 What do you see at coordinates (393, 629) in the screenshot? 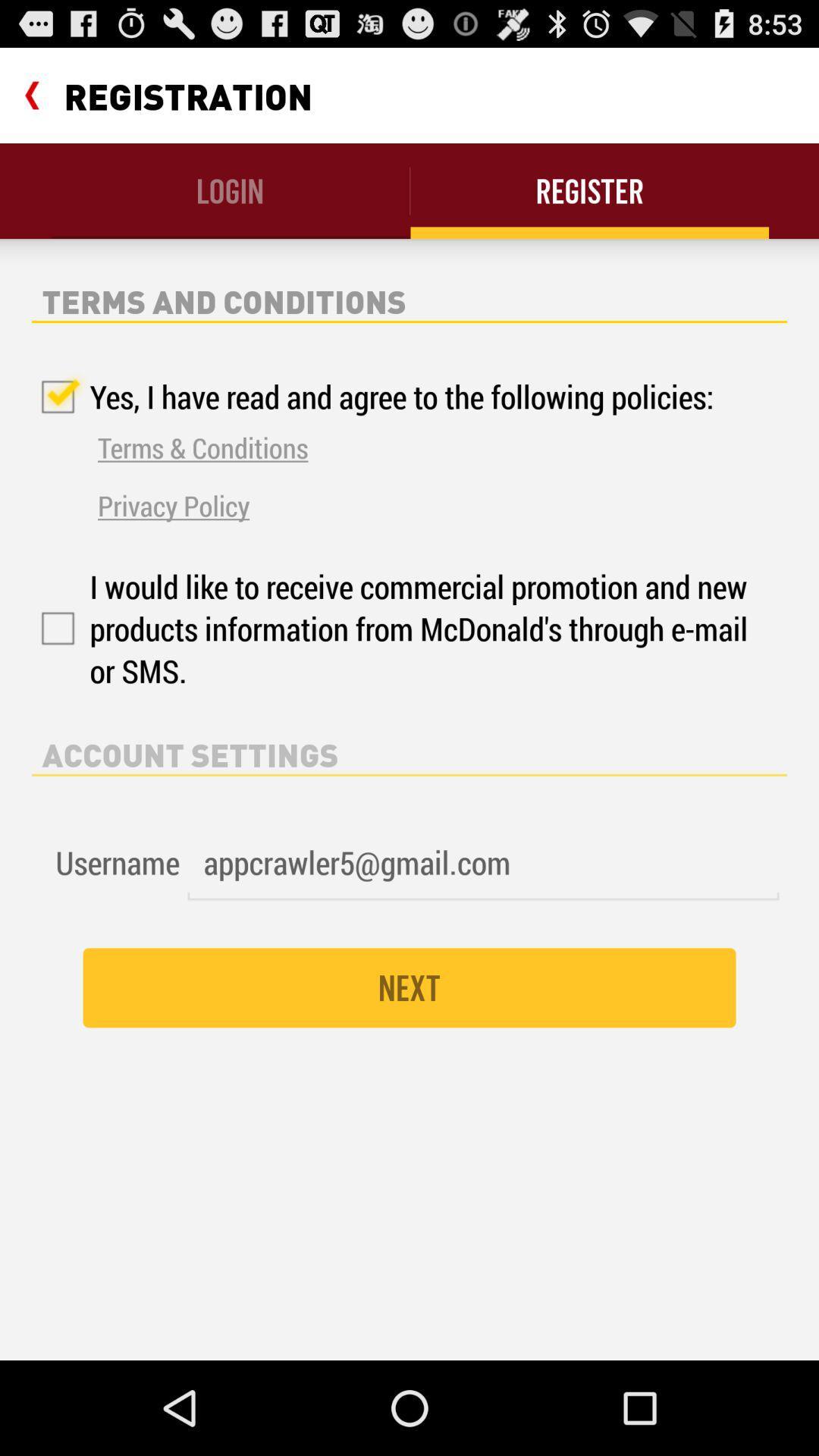
I see `item below privacy policy icon` at bounding box center [393, 629].